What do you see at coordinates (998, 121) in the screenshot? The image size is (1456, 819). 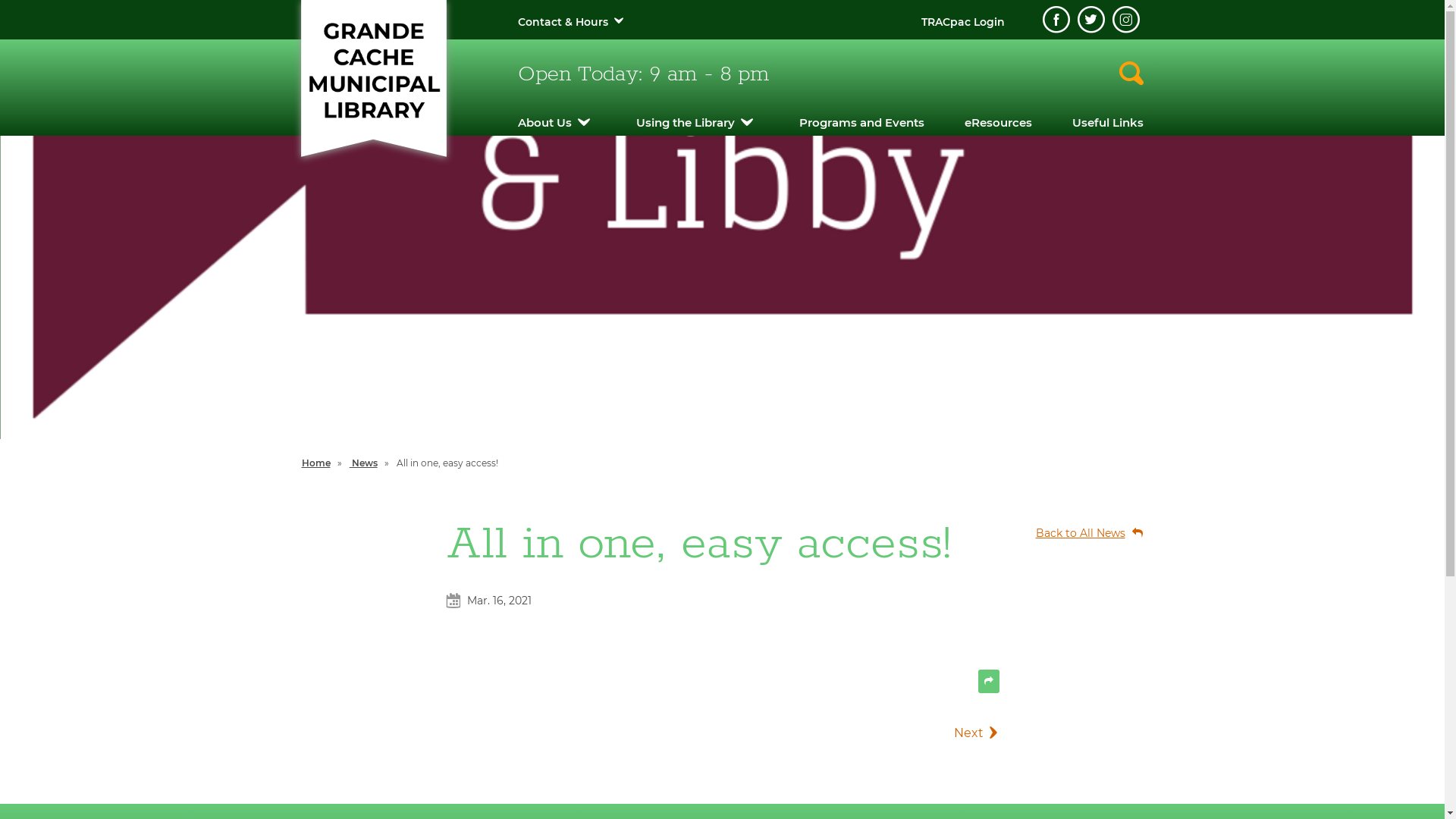 I see `'eResources'` at bounding box center [998, 121].